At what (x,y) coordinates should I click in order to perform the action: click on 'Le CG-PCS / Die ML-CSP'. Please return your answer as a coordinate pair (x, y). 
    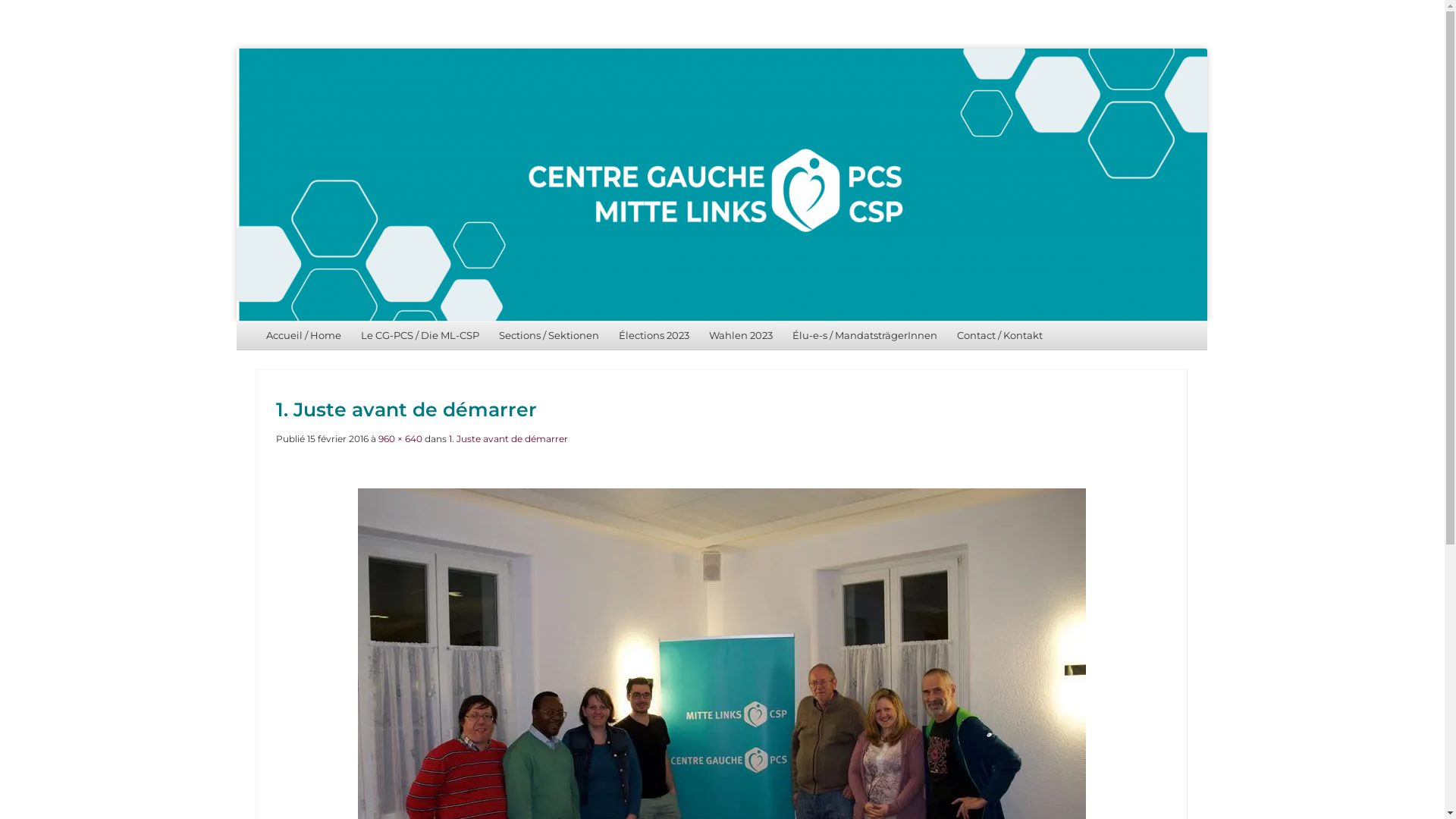
    Looking at the image, I should click on (350, 334).